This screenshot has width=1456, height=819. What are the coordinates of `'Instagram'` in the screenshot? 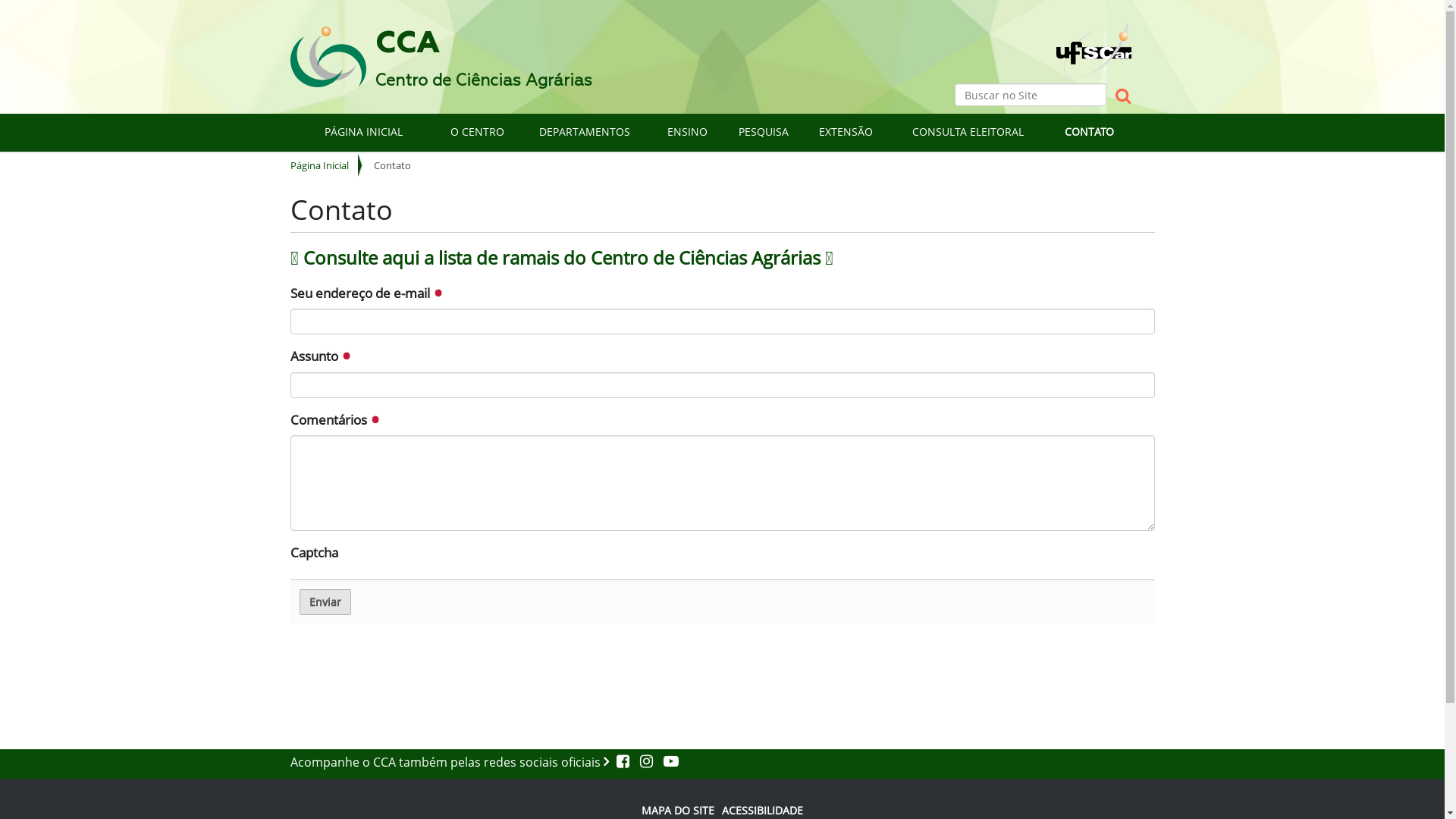 It's located at (644, 762).